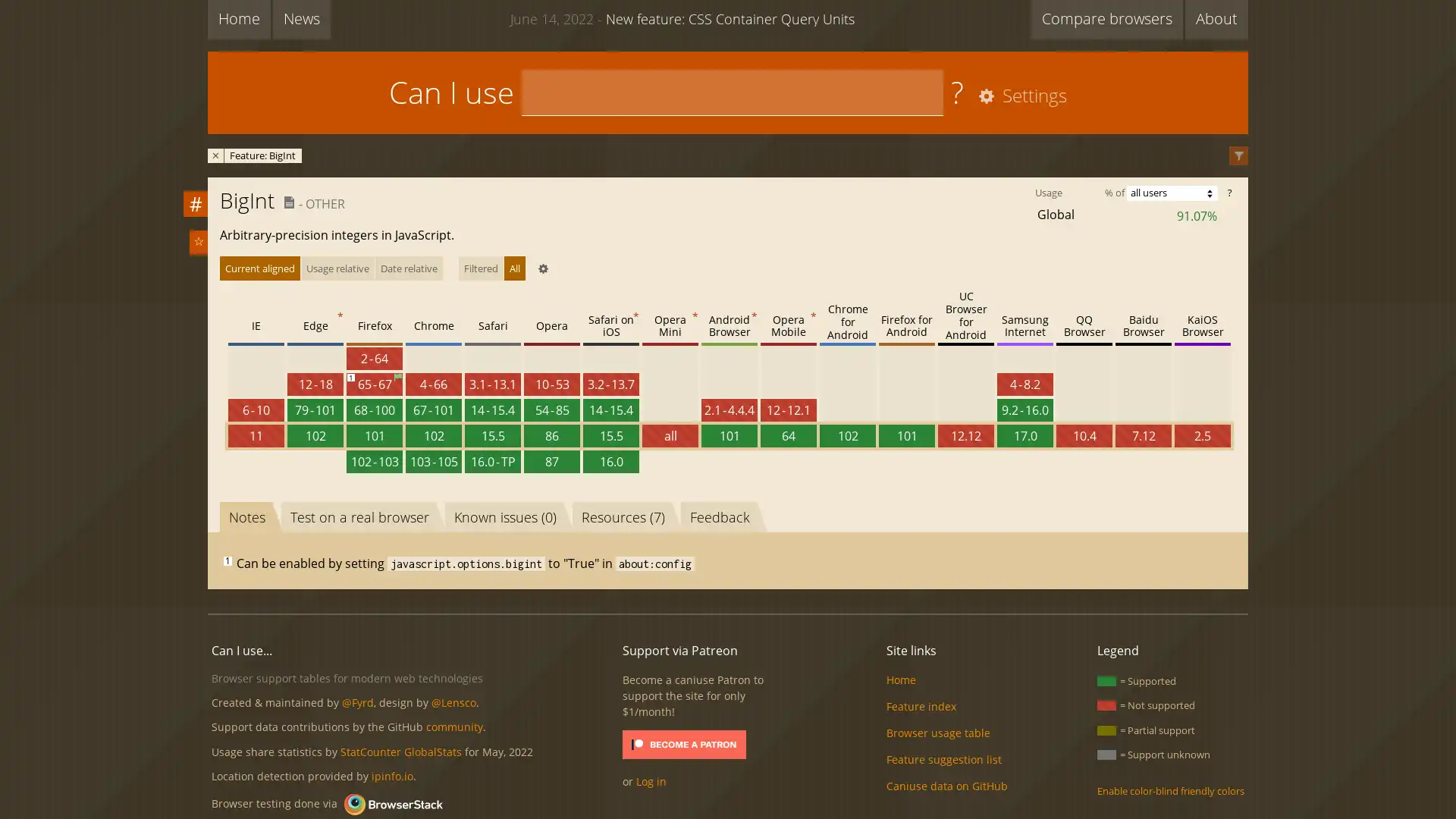 The image size is (1456, 819). Describe the element at coordinates (215, 155) in the screenshot. I see `Remove filter` at that location.